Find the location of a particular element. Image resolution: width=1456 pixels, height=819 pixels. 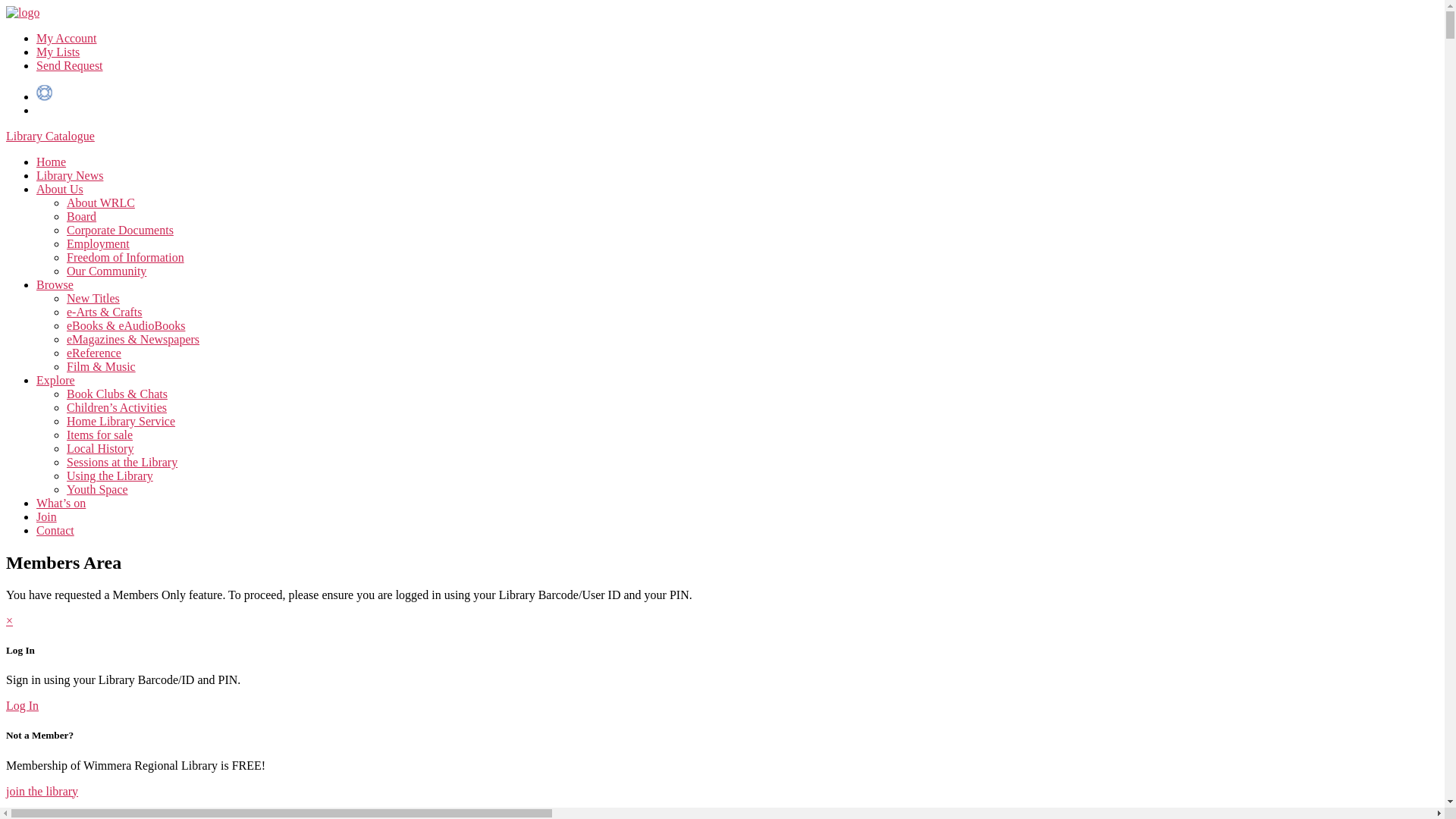

'Send Request' is located at coordinates (68, 64).